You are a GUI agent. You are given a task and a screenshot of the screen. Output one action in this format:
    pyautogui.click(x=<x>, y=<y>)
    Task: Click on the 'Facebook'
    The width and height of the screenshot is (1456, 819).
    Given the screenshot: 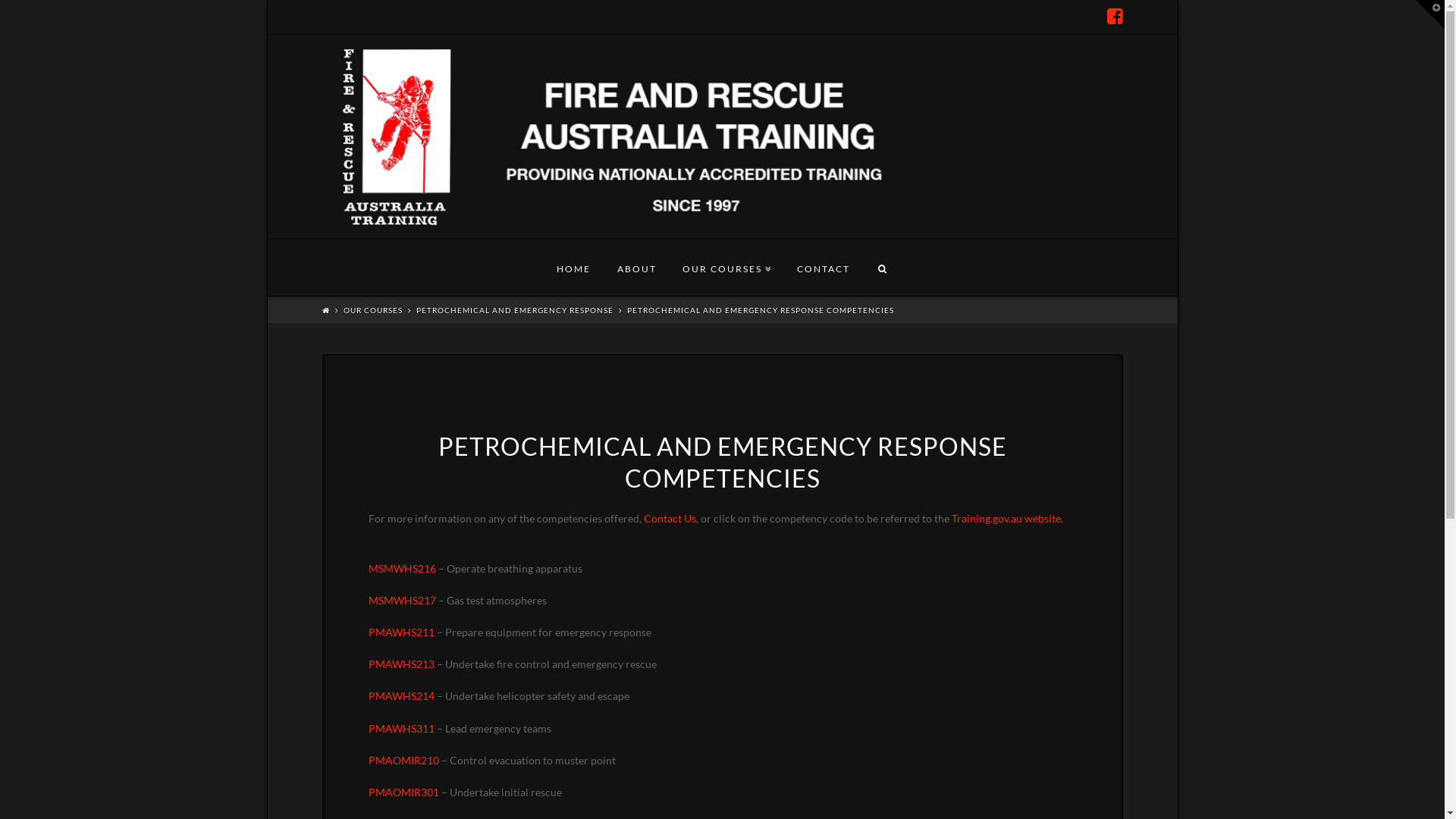 What is the action you would take?
    pyautogui.click(x=1115, y=17)
    